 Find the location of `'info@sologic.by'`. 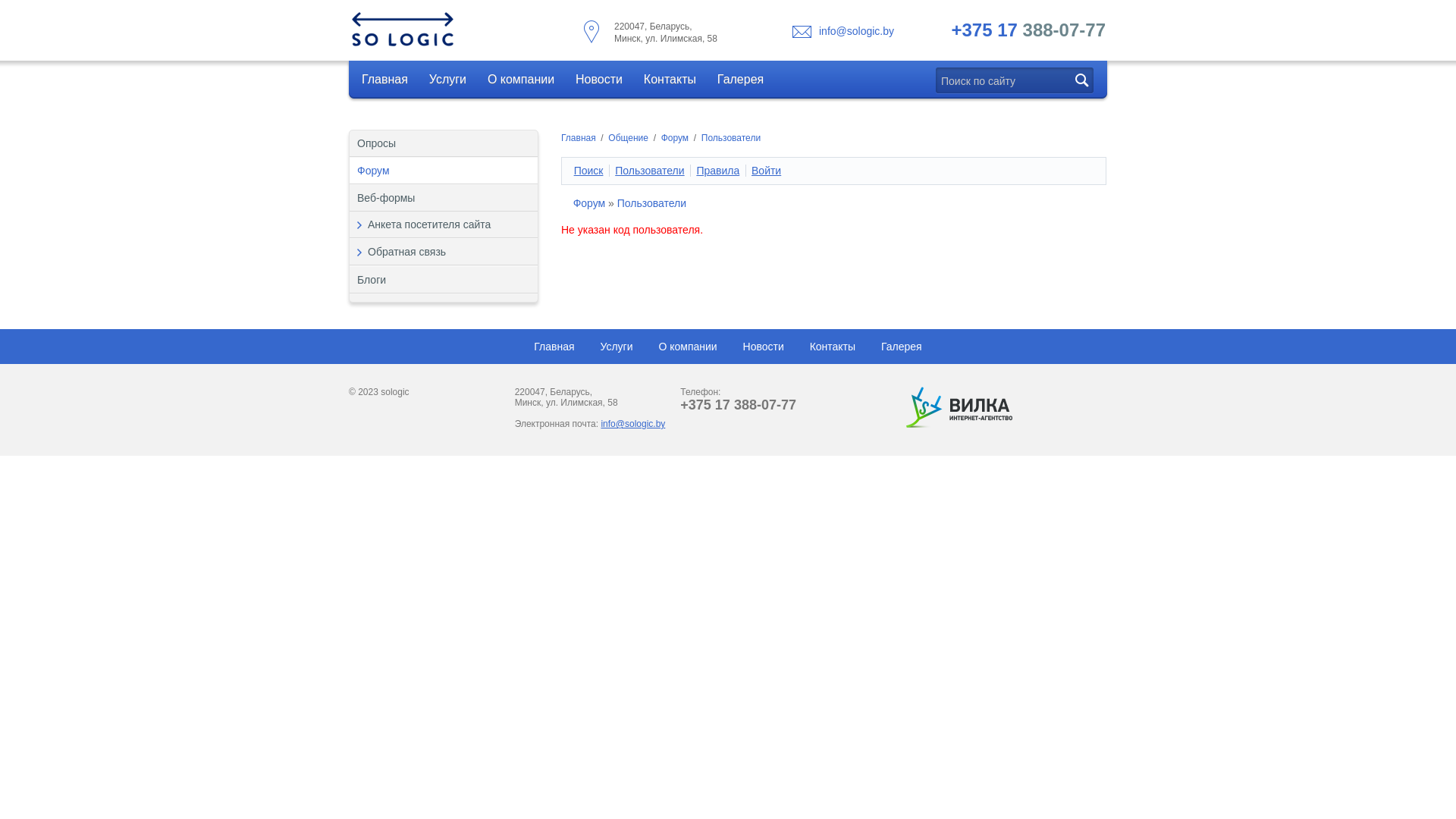

'info@sologic.by' is located at coordinates (818, 31).